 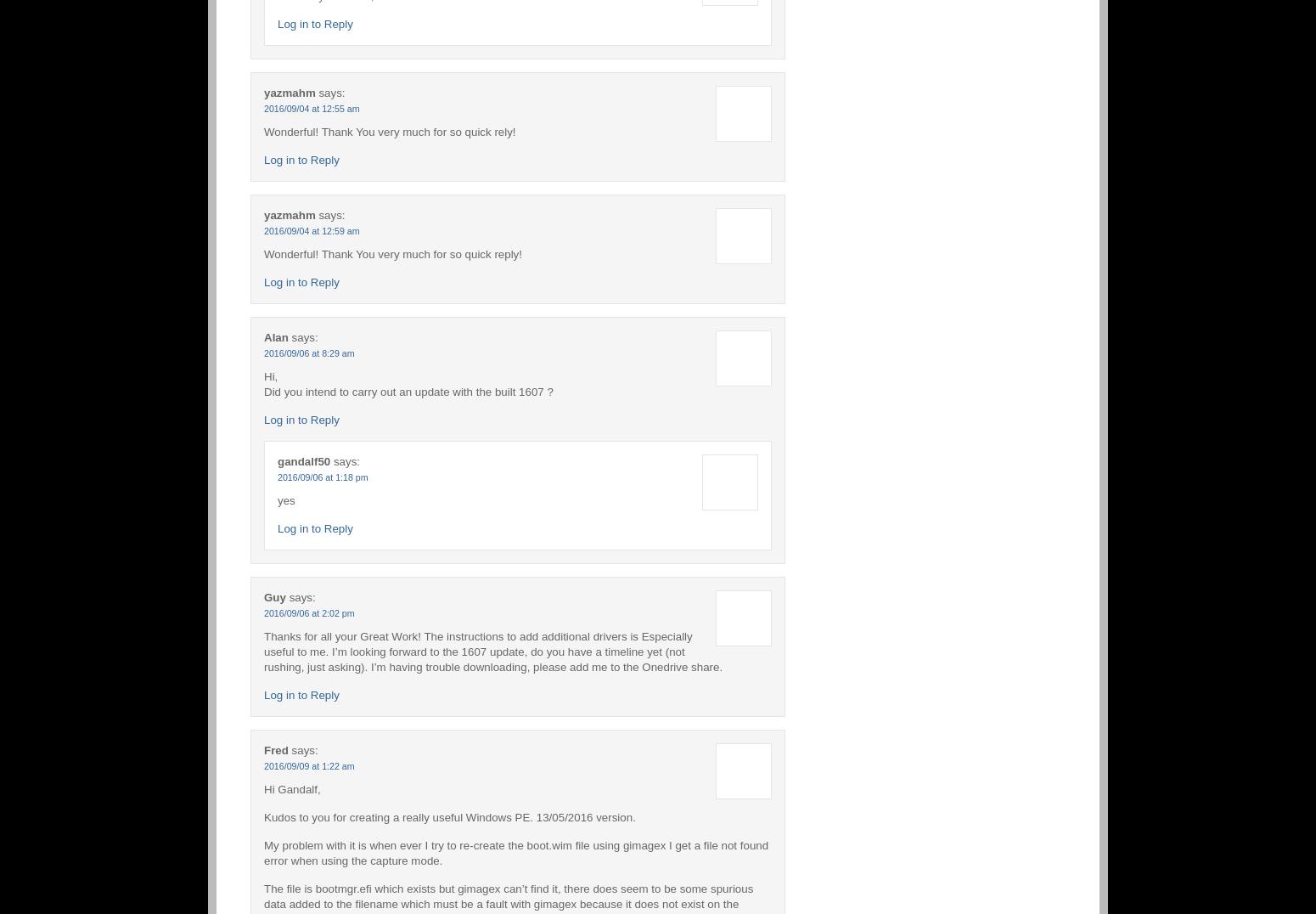 What do you see at coordinates (284, 499) in the screenshot?
I see `'yes'` at bounding box center [284, 499].